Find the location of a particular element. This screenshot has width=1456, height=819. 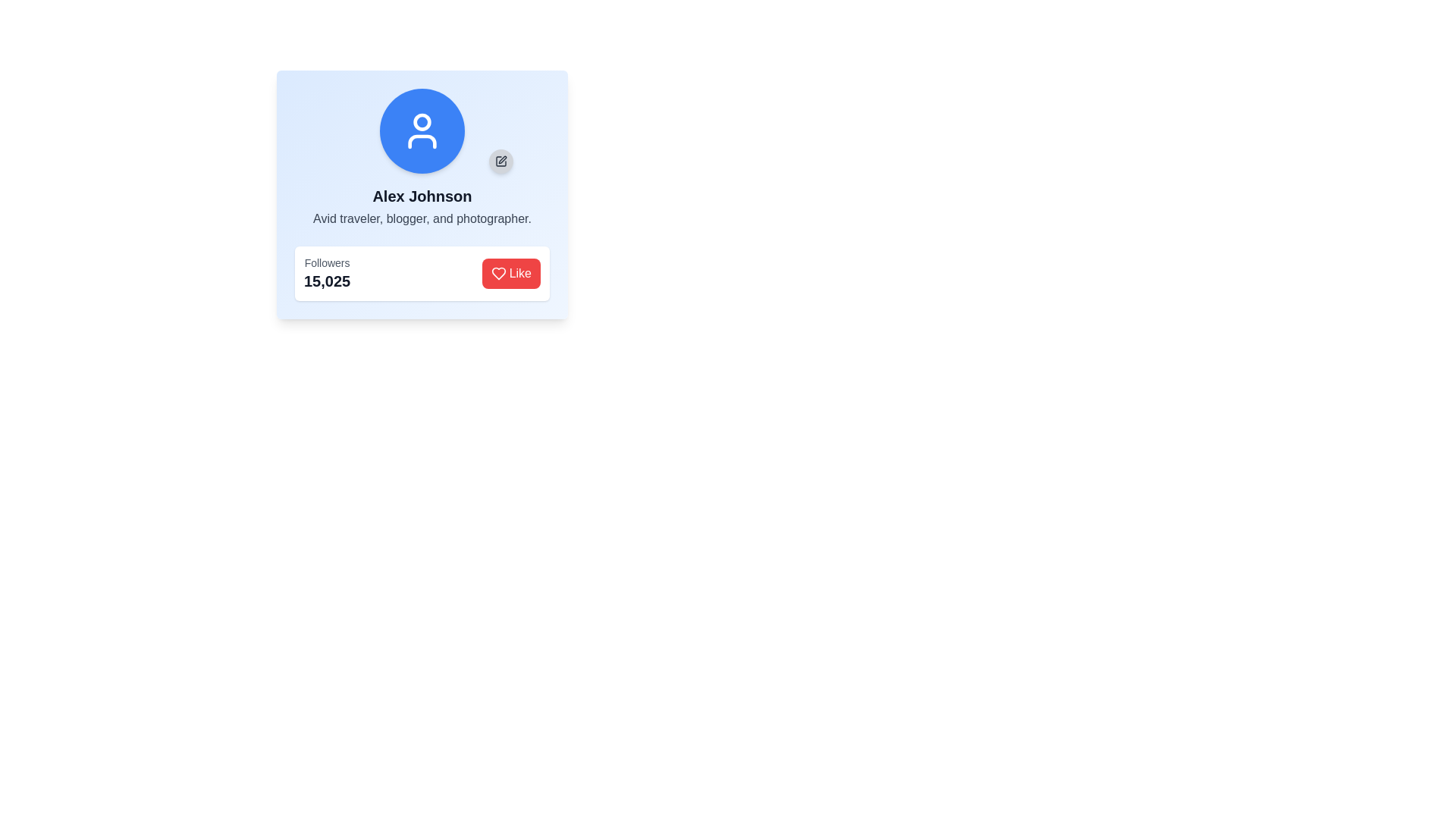

the text element displaying '15,025' which is styled in bold and dark color, located under the 'Followers' label is located at coordinates (326, 281).